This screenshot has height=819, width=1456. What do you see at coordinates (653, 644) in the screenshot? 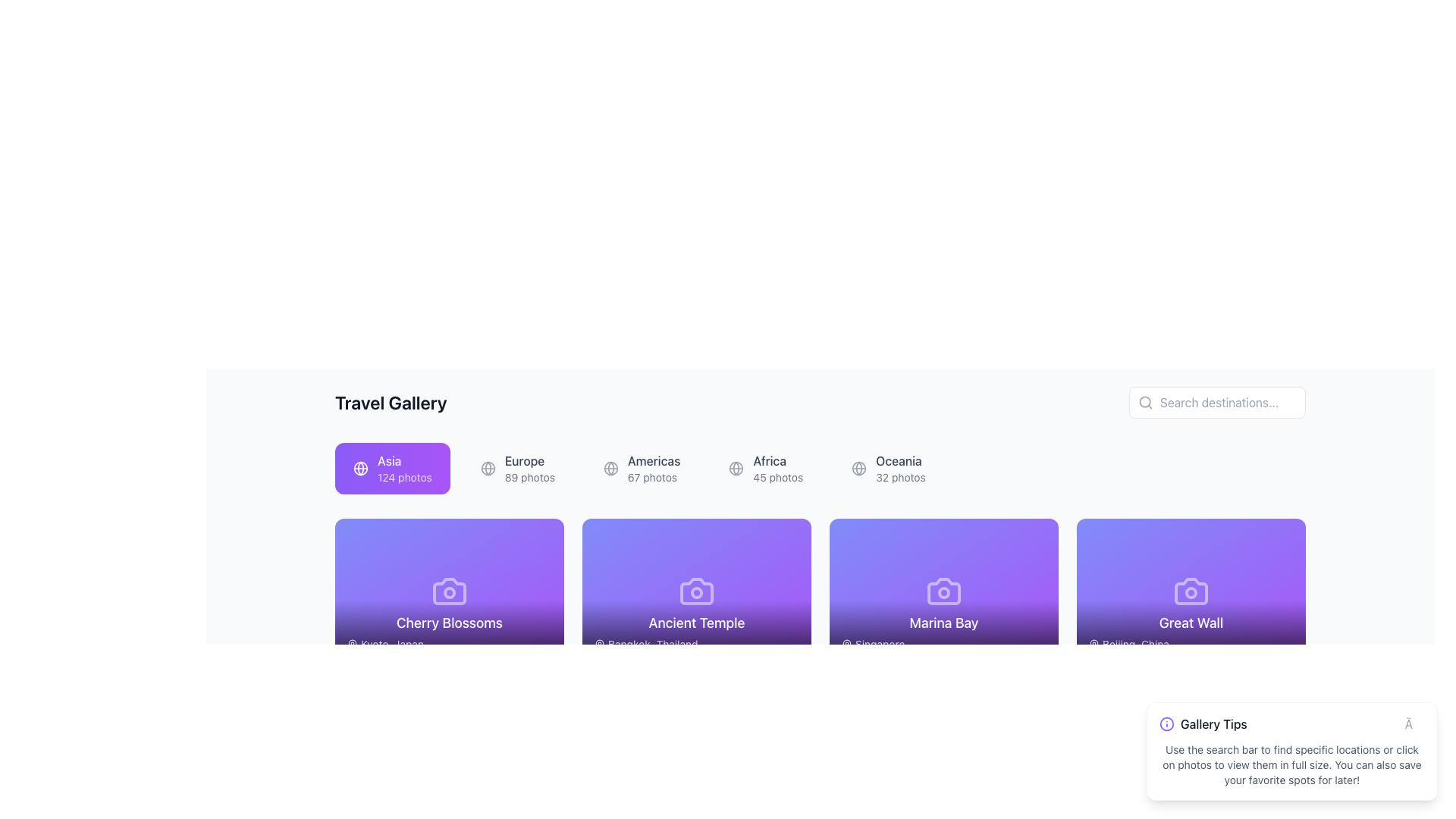
I see `the text label displaying 'Bangkok, Thailand' located at the bottom center of the 'Ancient Temple' card in the second column of travel destination cards` at bounding box center [653, 644].